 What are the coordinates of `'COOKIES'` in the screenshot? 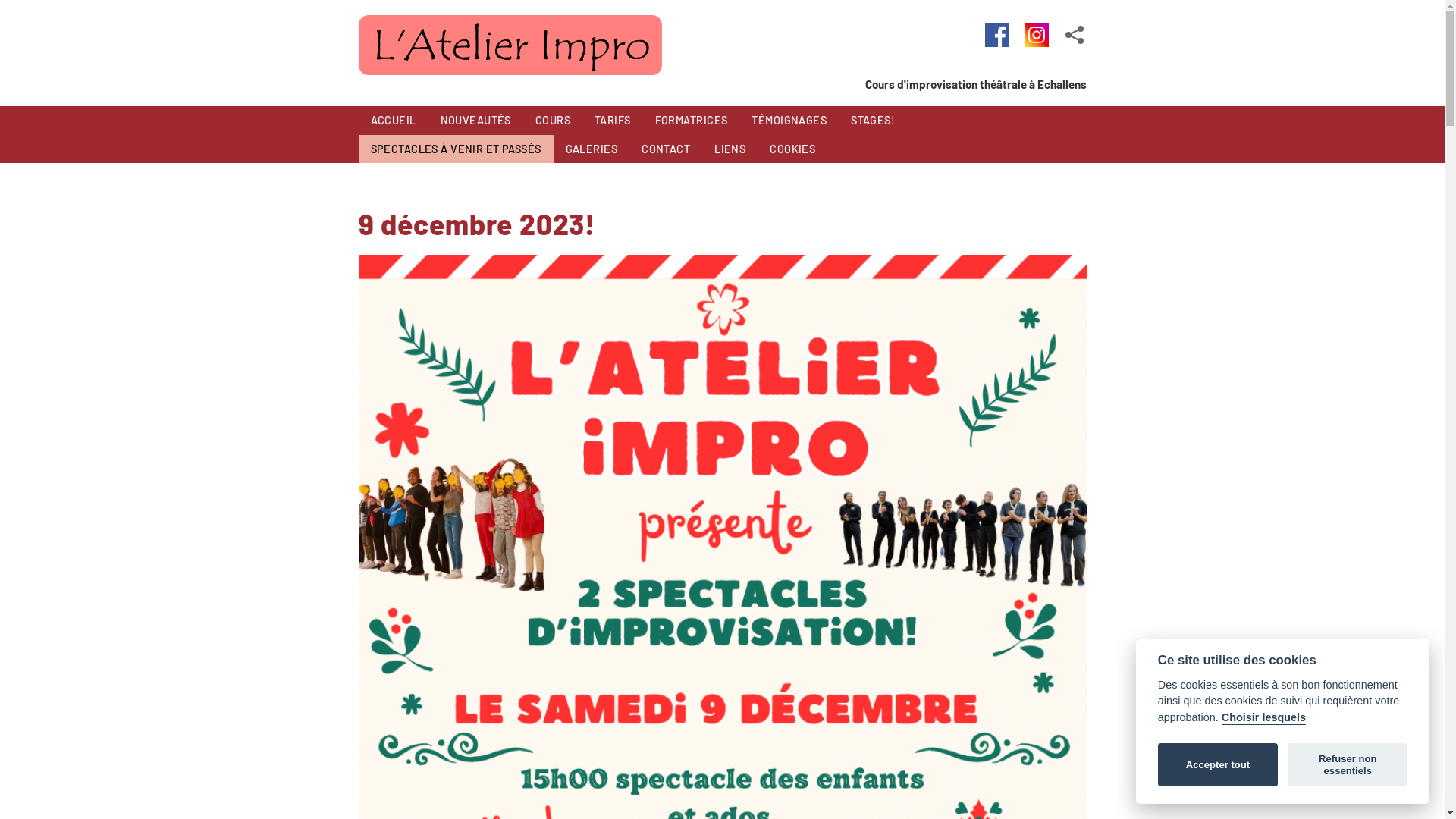 It's located at (792, 149).